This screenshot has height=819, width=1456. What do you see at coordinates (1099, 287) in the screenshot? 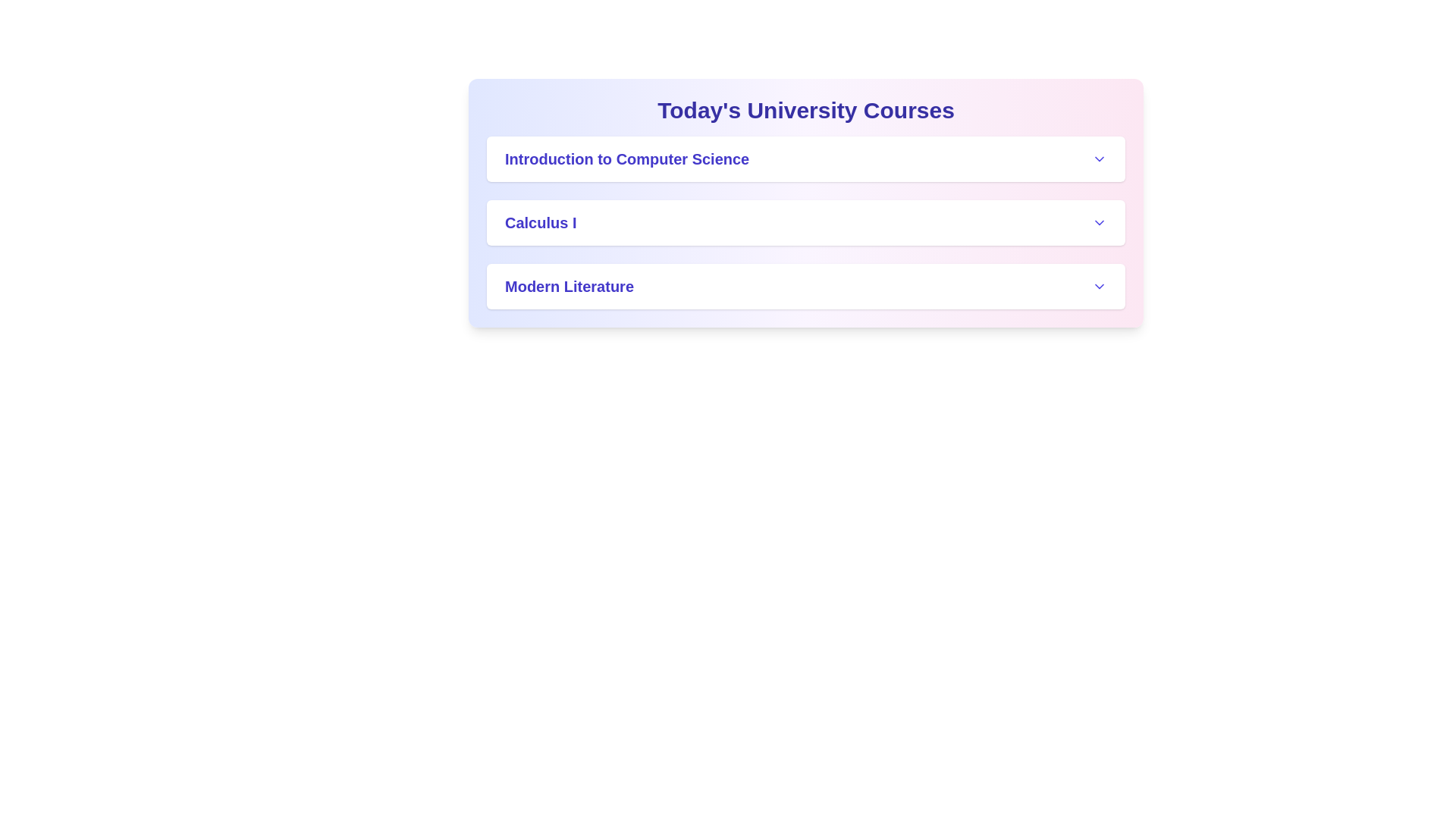
I see `the expand/collapse button for Modern Literature to toggle its details` at bounding box center [1099, 287].